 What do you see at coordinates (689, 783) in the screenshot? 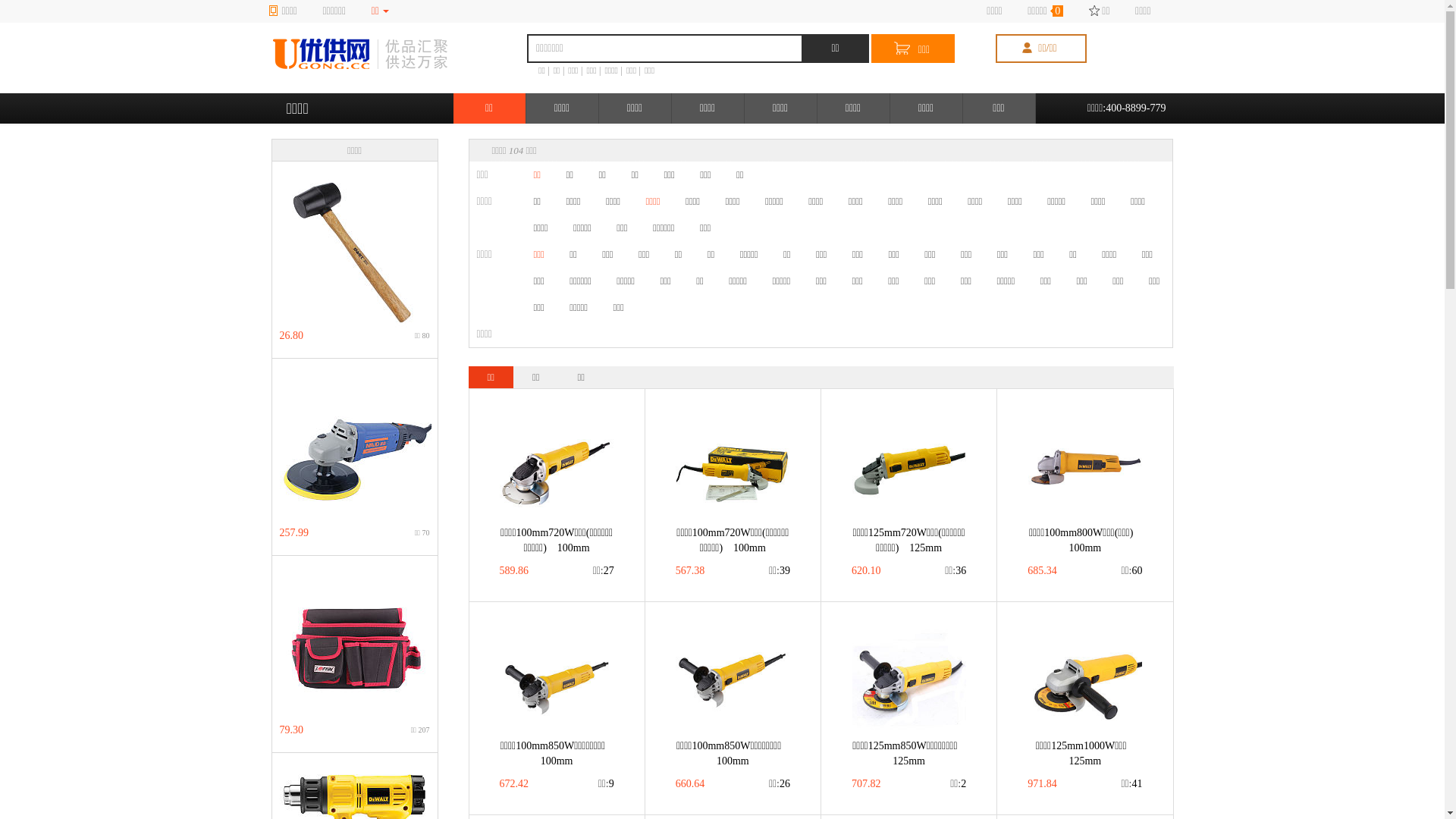
I see `'660.64'` at bounding box center [689, 783].